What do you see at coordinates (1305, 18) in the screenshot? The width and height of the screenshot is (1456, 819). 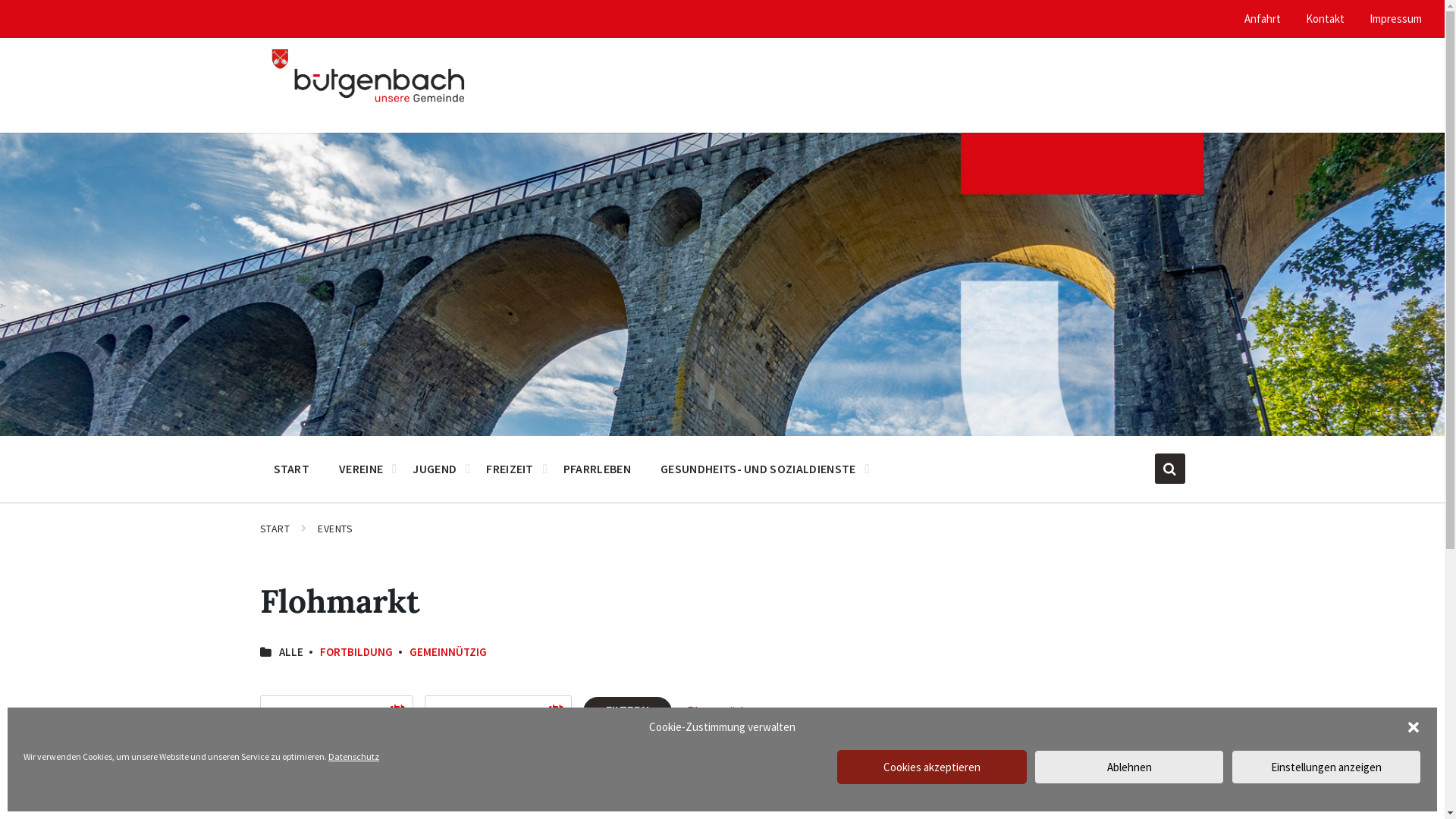 I see `'Kontakt'` at bounding box center [1305, 18].